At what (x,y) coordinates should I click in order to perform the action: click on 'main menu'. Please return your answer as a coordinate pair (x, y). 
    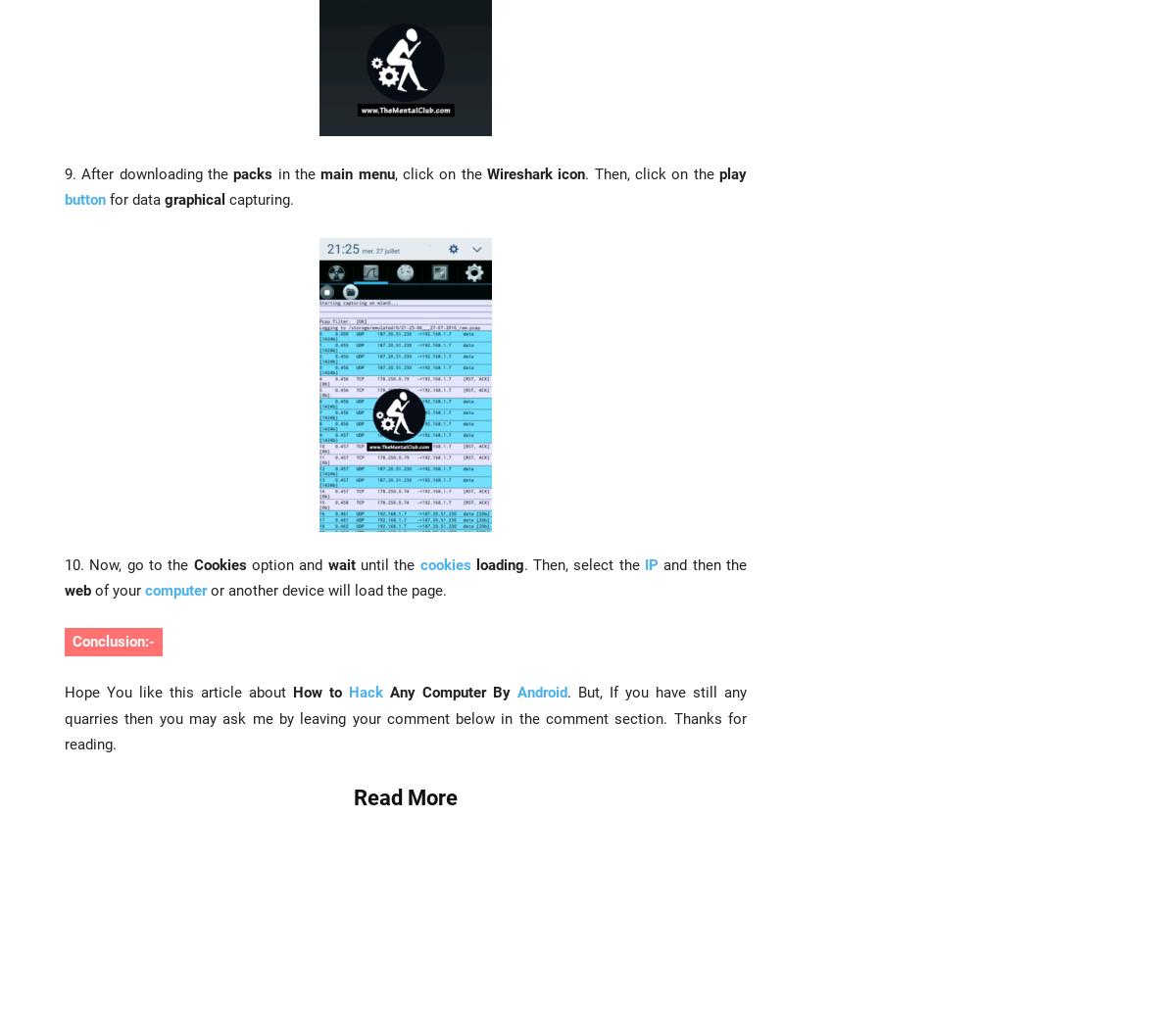
    Looking at the image, I should click on (357, 172).